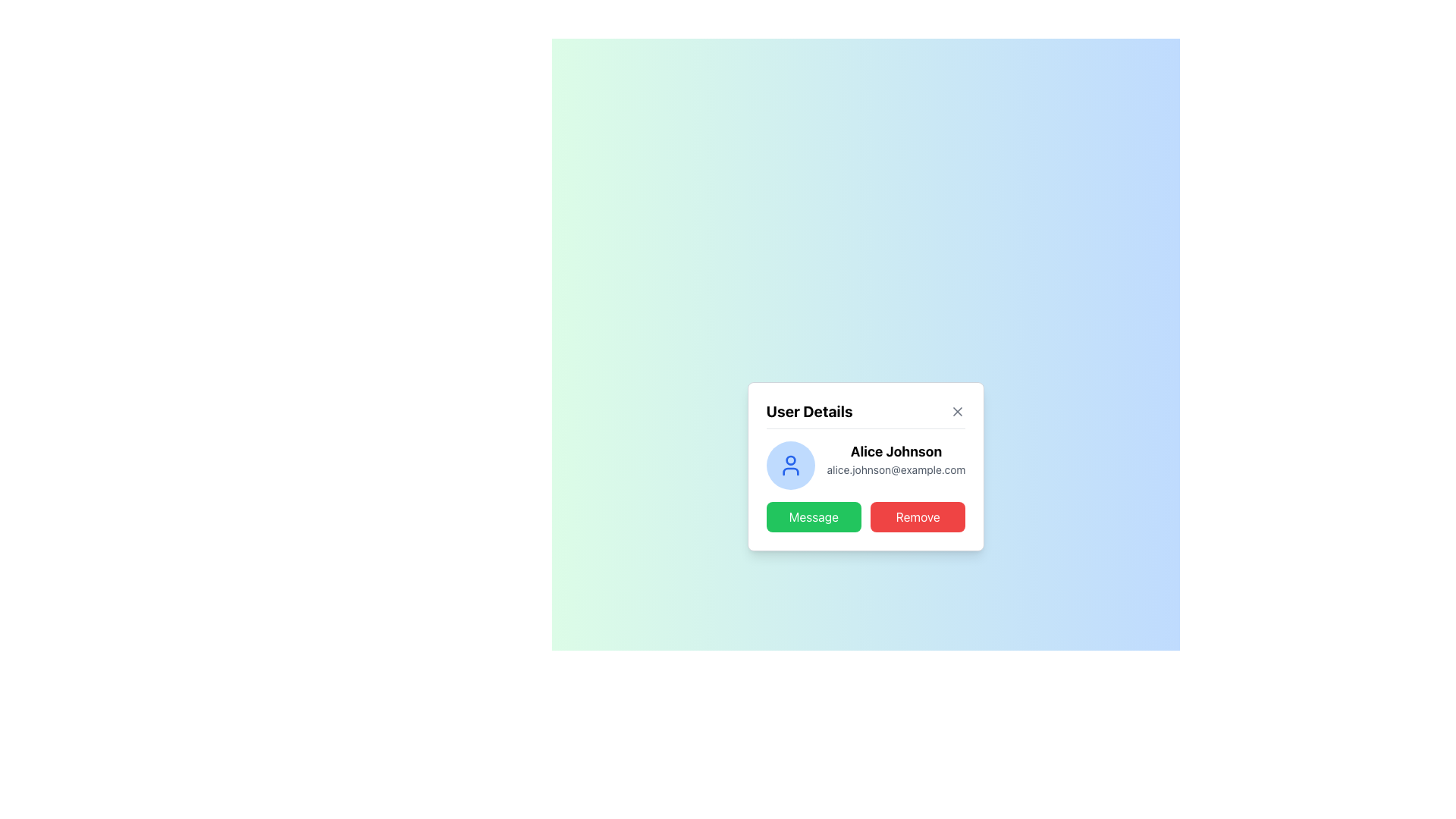 This screenshot has height=819, width=1456. I want to click on the green 'Message' button with white text, so click(813, 516).